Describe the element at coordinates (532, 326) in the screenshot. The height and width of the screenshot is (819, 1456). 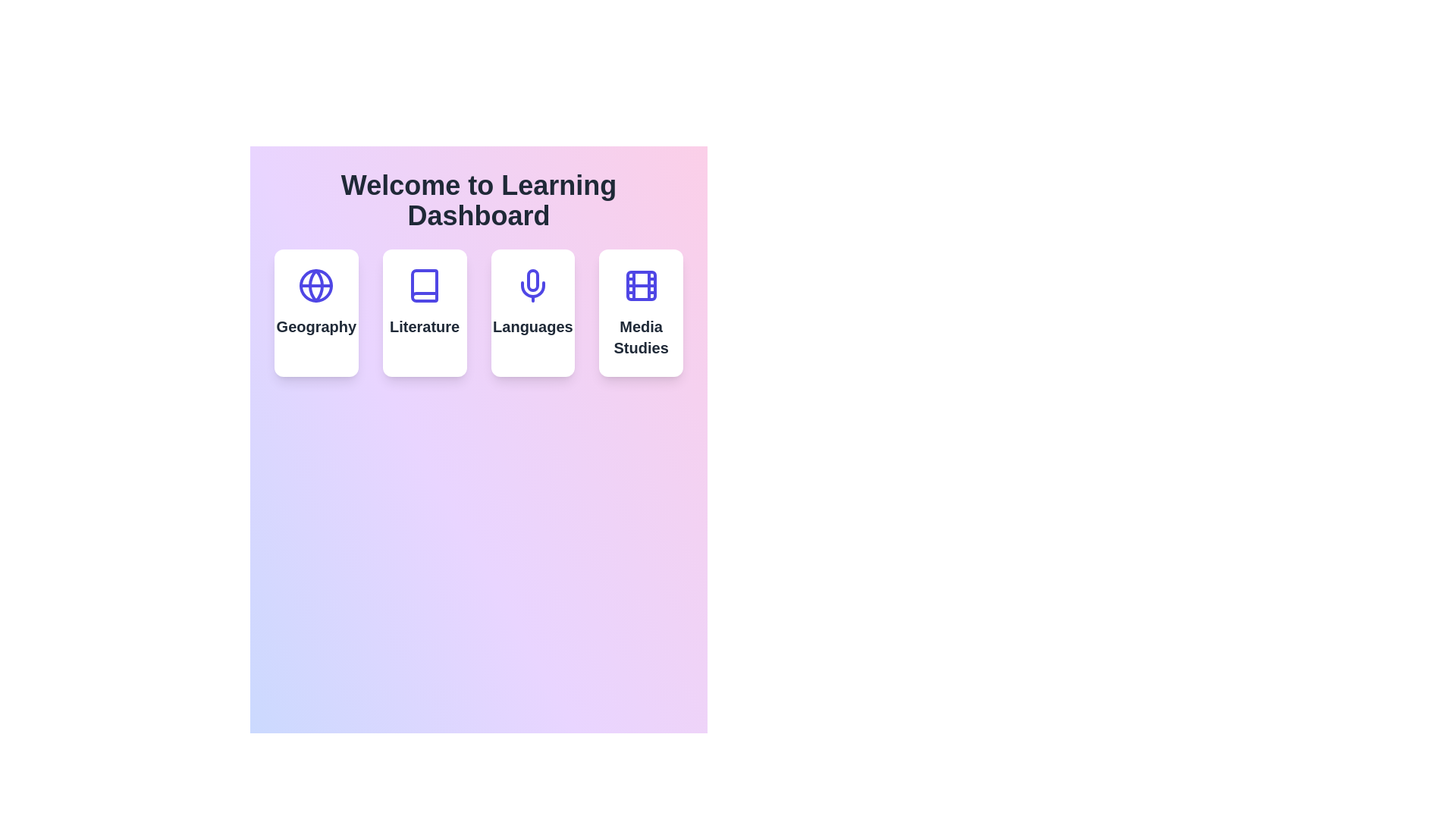
I see `the text label that indicates the content or purpose of the associated card related to languages, located below a microphone icon within the third card of a row of four cards` at that location.